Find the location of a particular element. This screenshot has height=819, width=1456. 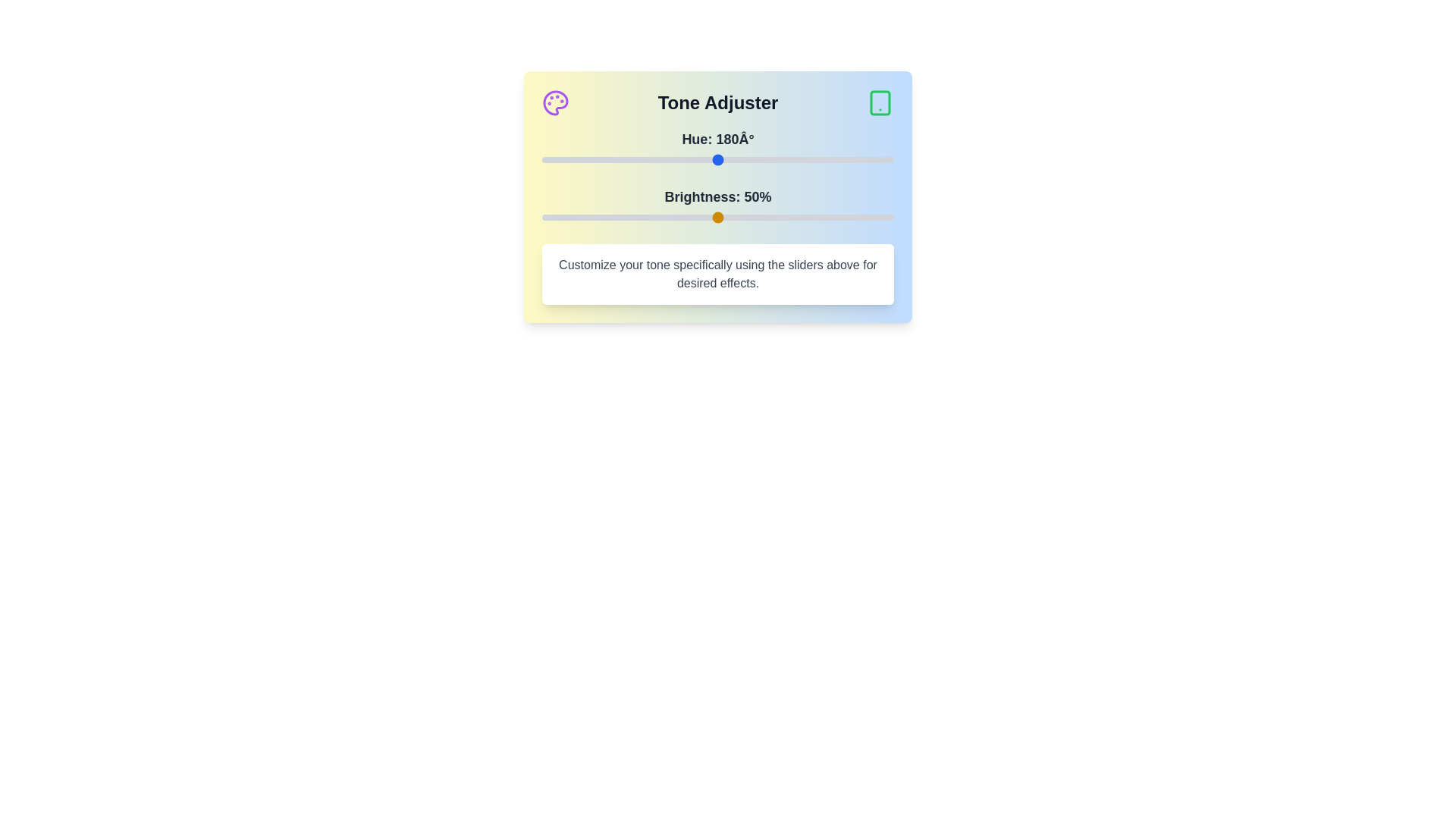

the hue slider to set the hue to 185 degrees is located at coordinates (722, 160).